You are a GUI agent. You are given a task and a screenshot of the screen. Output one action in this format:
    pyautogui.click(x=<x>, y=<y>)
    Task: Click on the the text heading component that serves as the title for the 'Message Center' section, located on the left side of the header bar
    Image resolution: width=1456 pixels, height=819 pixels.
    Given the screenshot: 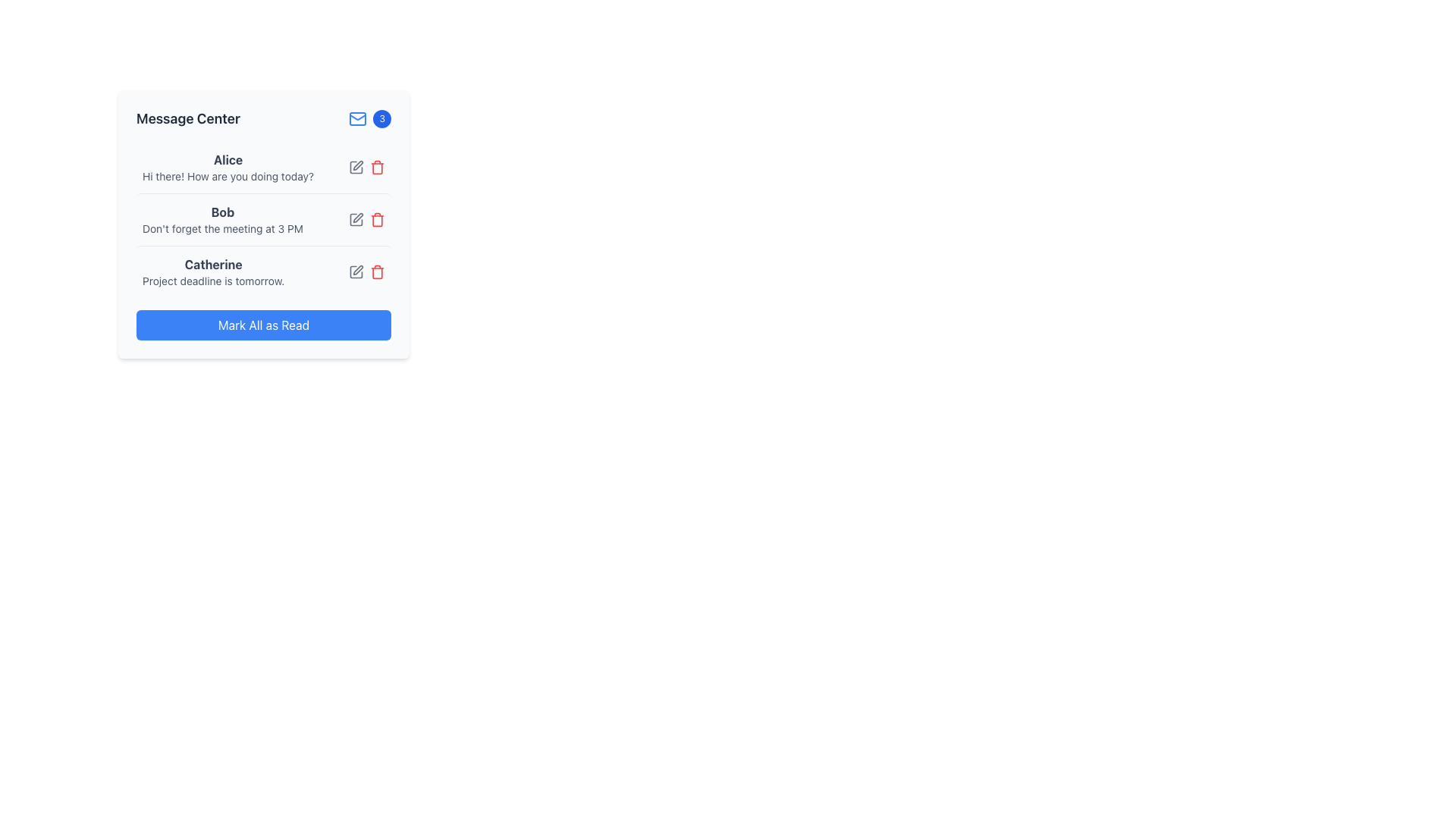 What is the action you would take?
    pyautogui.click(x=187, y=118)
    